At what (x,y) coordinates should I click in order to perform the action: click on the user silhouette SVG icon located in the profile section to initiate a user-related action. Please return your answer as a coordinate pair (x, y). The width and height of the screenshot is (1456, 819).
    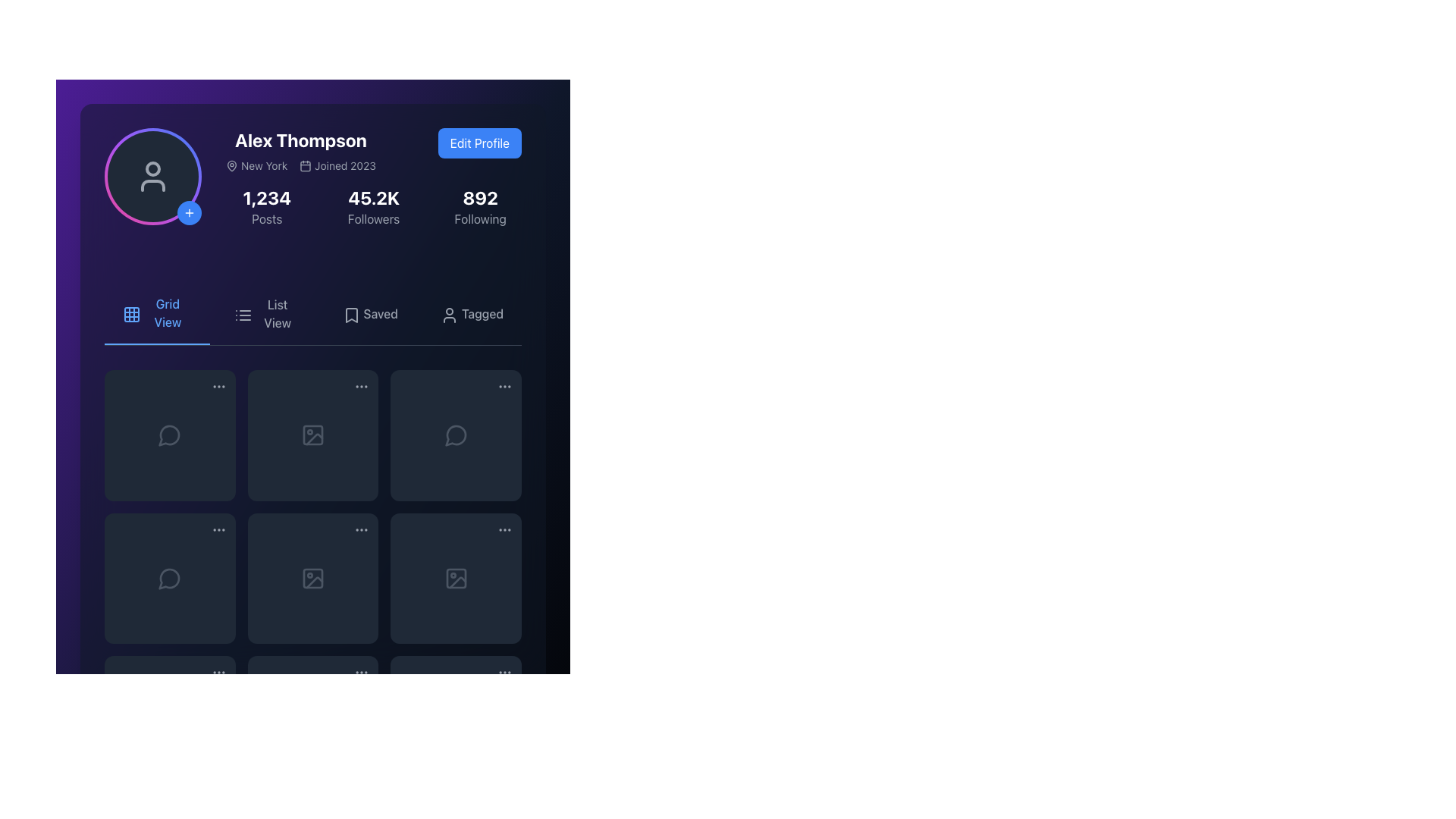
    Looking at the image, I should click on (152, 175).